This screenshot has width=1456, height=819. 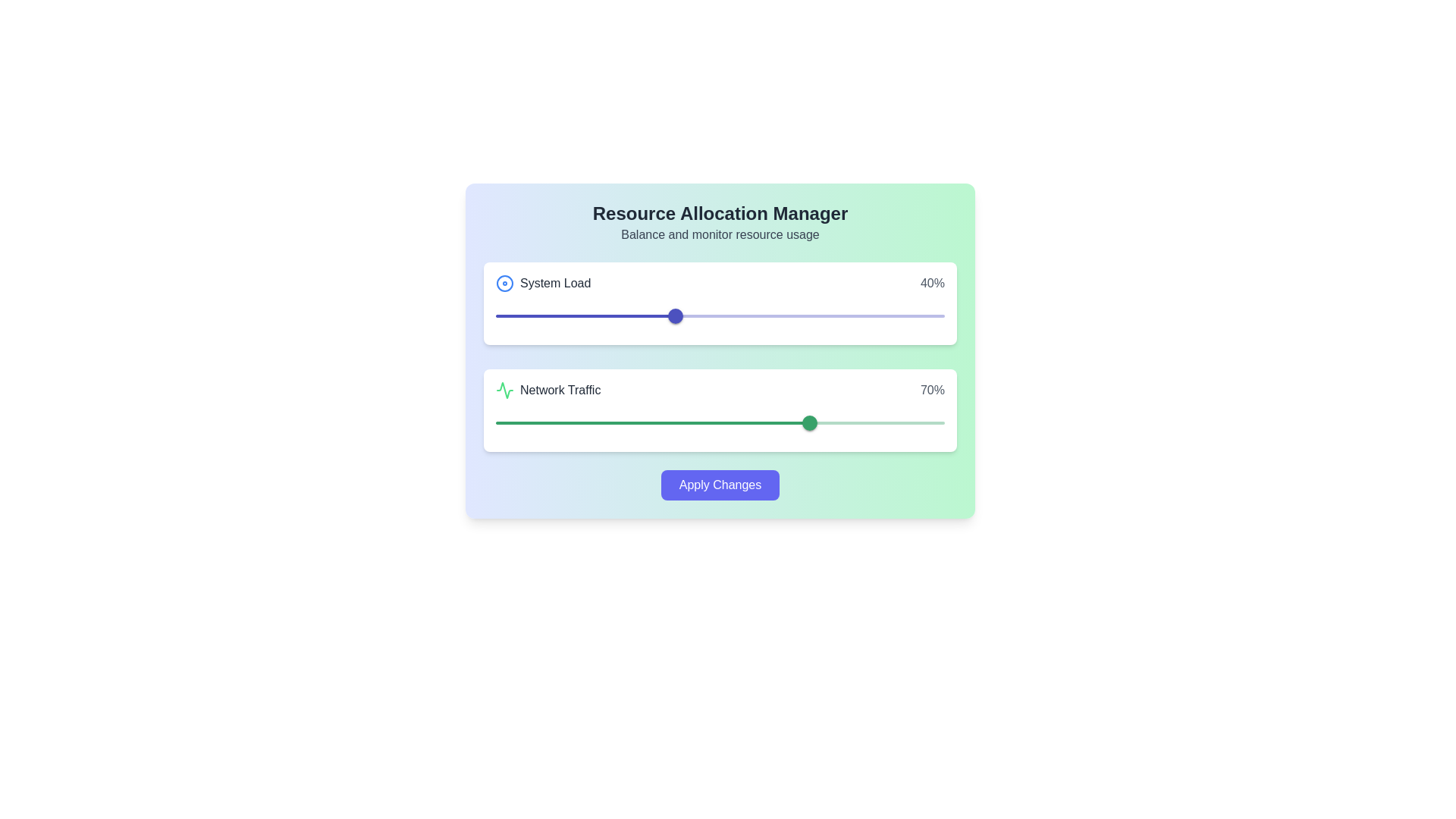 What do you see at coordinates (765, 423) in the screenshot?
I see `network traffic` at bounding box center [765, 423].